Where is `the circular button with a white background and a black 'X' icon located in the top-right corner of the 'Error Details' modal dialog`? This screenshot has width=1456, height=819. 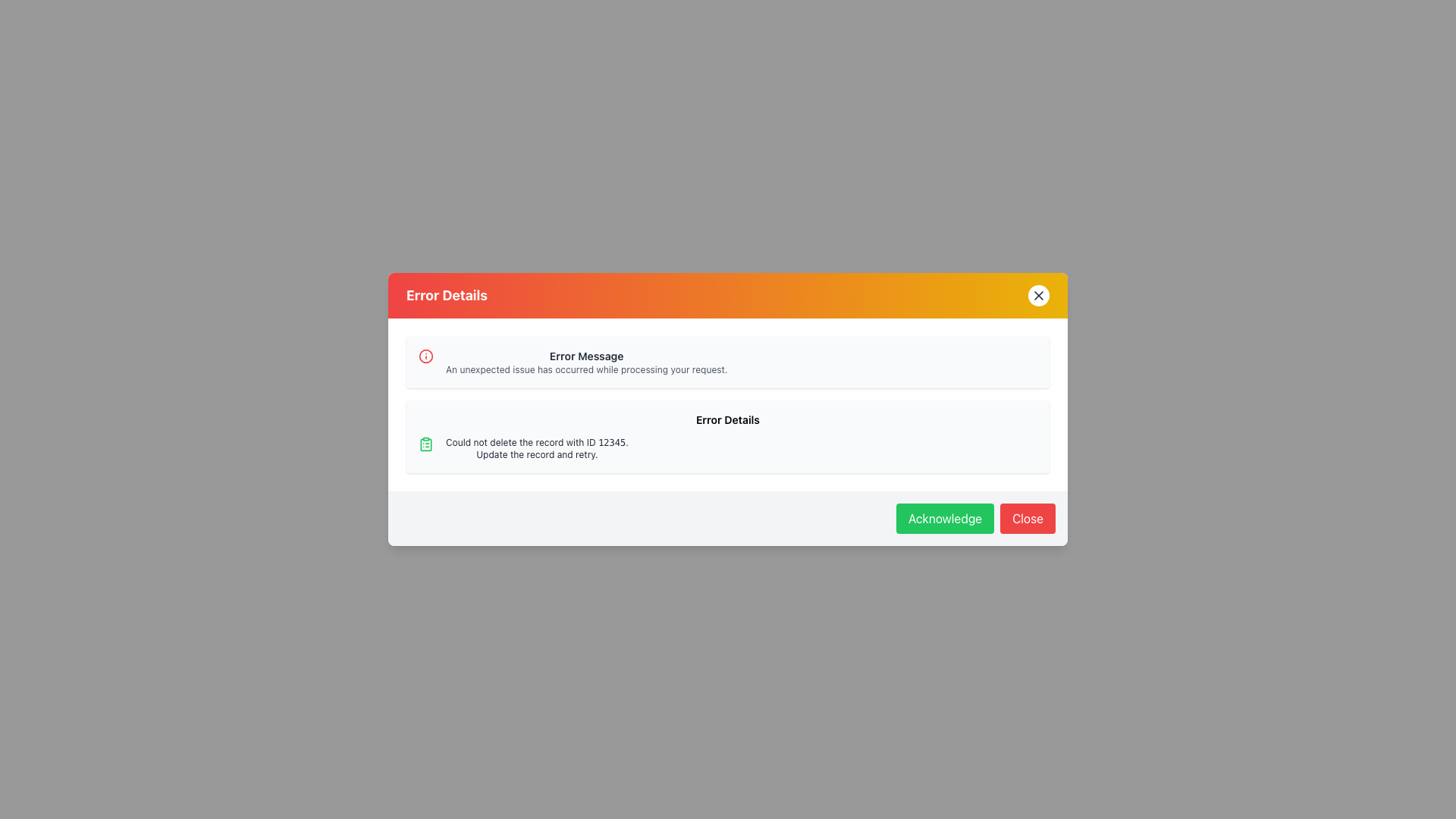 the circular button with a white background and a black 'X' icon located in the top-right corner of the 'Error Details' modal dialog is located at coordinates (1037, 295).